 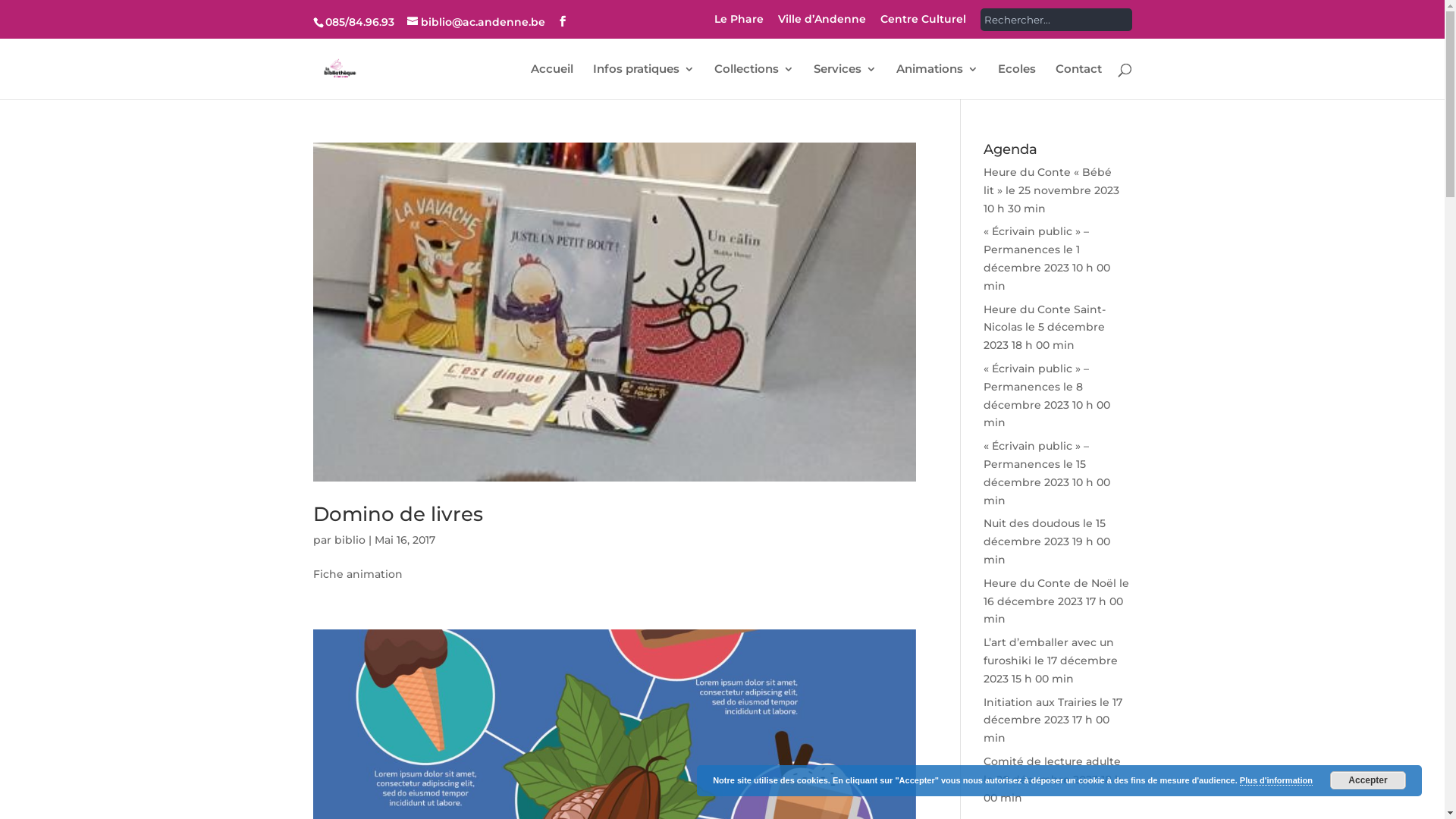 I want to click on 'Contact', so click(x=1078, y=81).